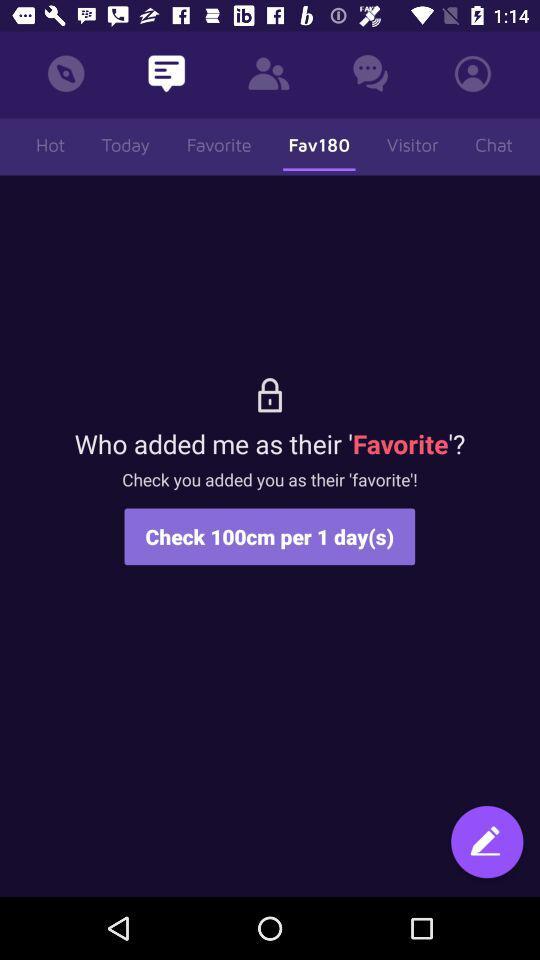  Describe the element at coordinates (486, 843) in the screenshot. I see `a new message` at that location.